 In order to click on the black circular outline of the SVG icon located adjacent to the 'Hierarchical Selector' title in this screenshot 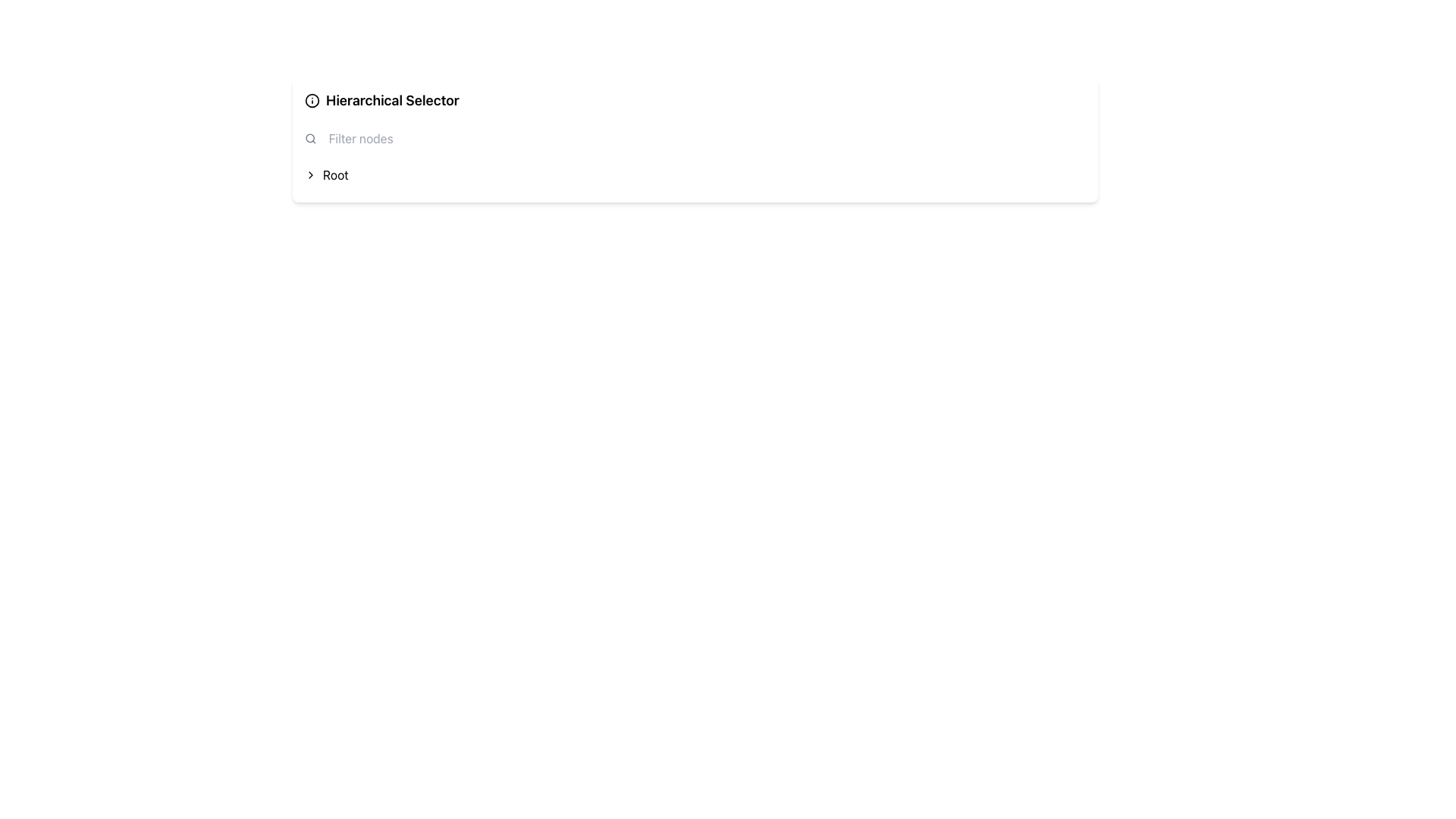, I will do `click(312, 99)`.